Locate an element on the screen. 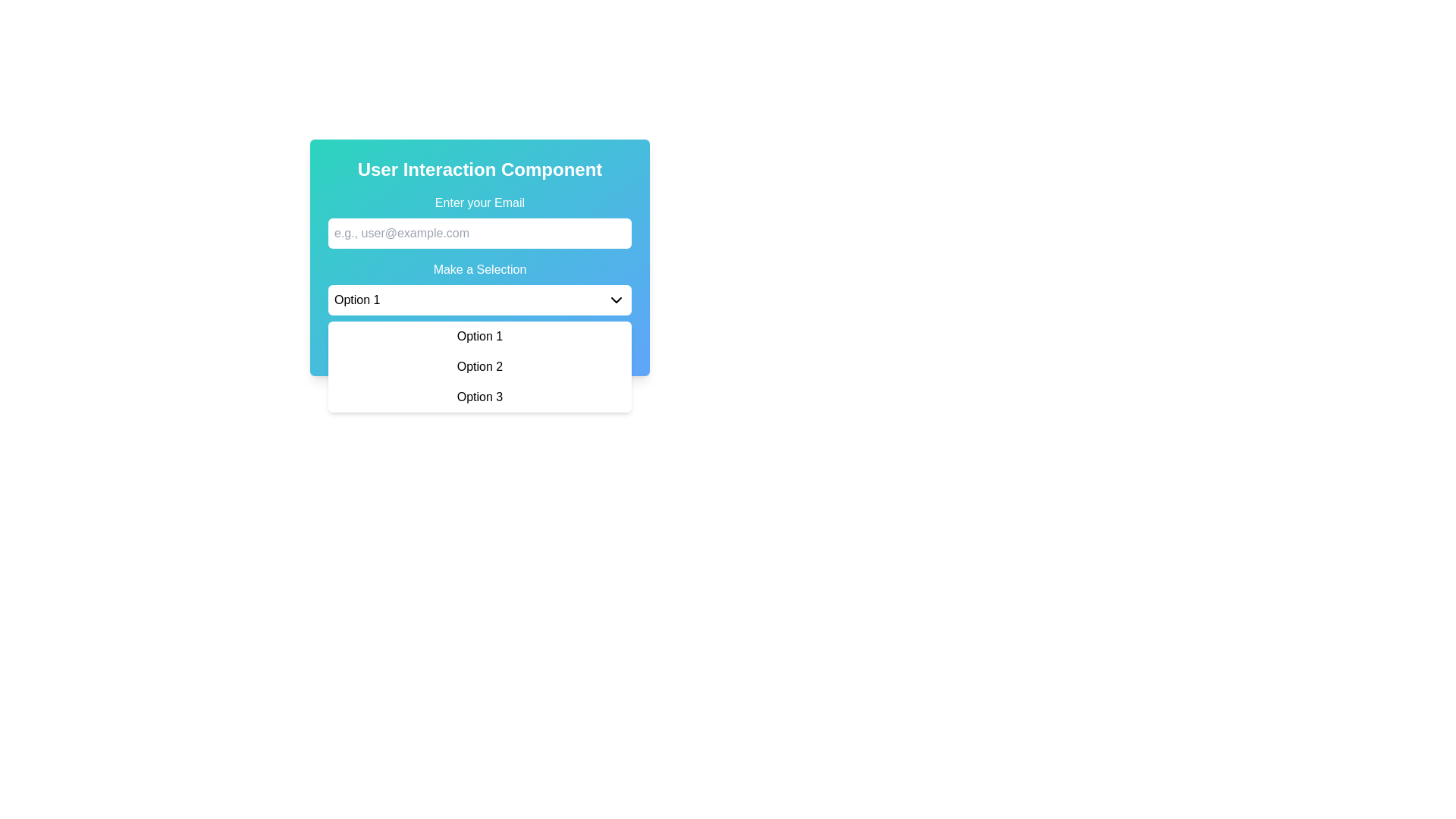  the downward-pointing chevron icon at the far-right end of the bar containing 'Option 1' is located at coordinates (616, 300).